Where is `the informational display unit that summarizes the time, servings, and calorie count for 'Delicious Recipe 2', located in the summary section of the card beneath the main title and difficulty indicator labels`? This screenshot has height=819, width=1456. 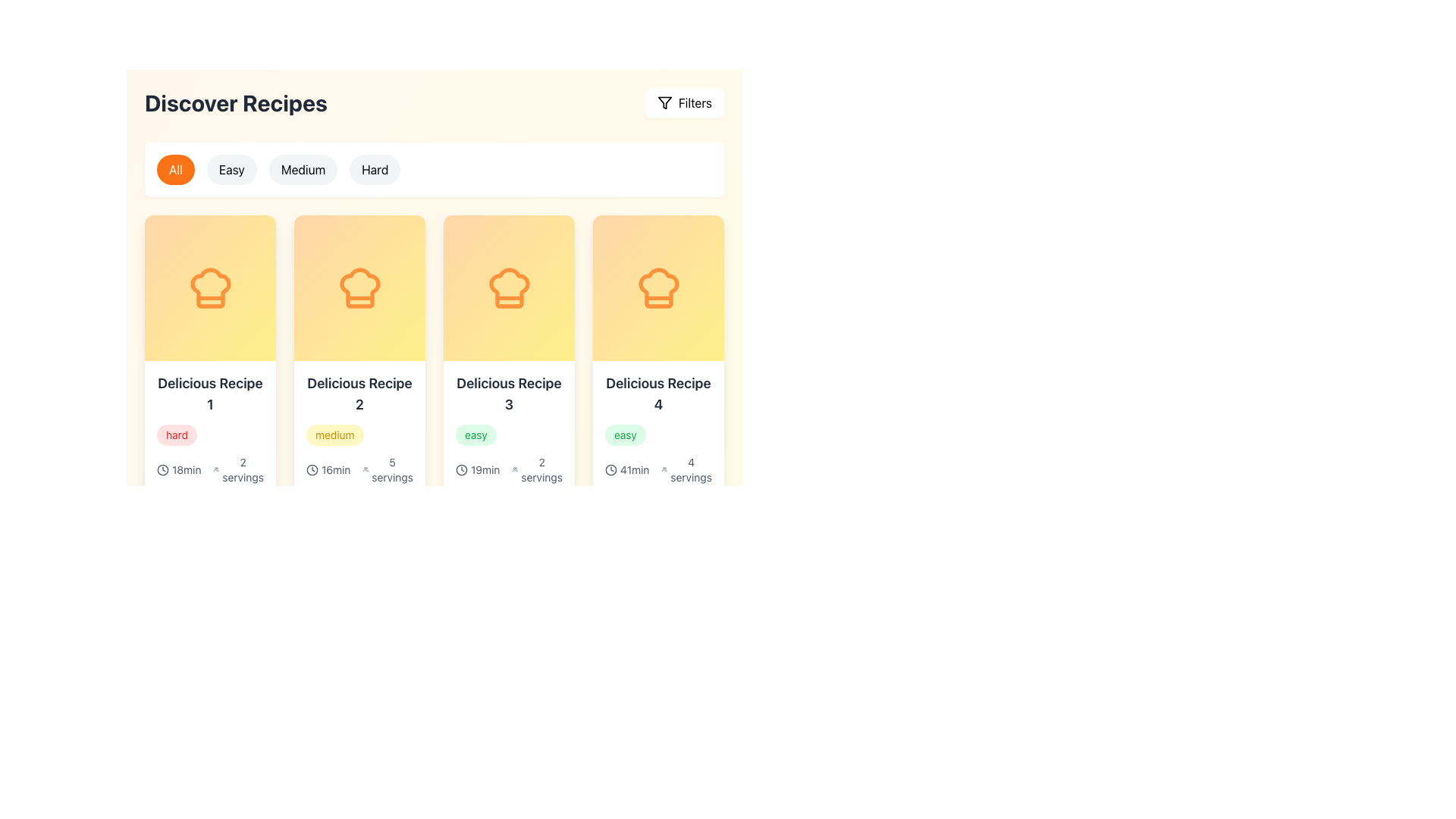 the informational display unit that summarizes the time, servings, and calorie count for 'Delicious Recipe 2', located in the summary section of the card beneath the main title and difficulty indicator labels is located at coordinates (359, 488).